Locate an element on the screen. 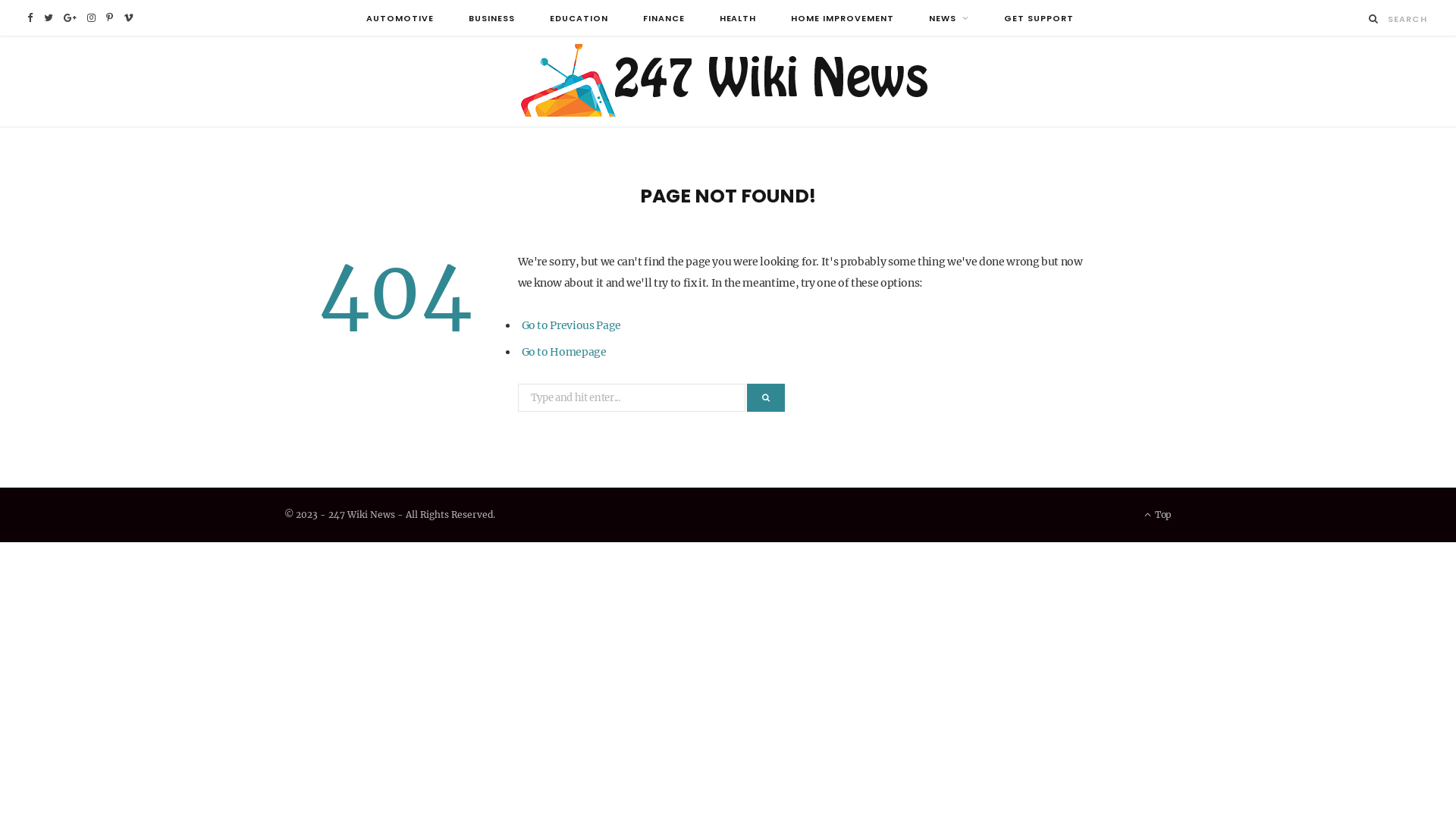 The width and height of the screenshot is (1456, 819). 'Twitter' is located at coordinates (48, 17).